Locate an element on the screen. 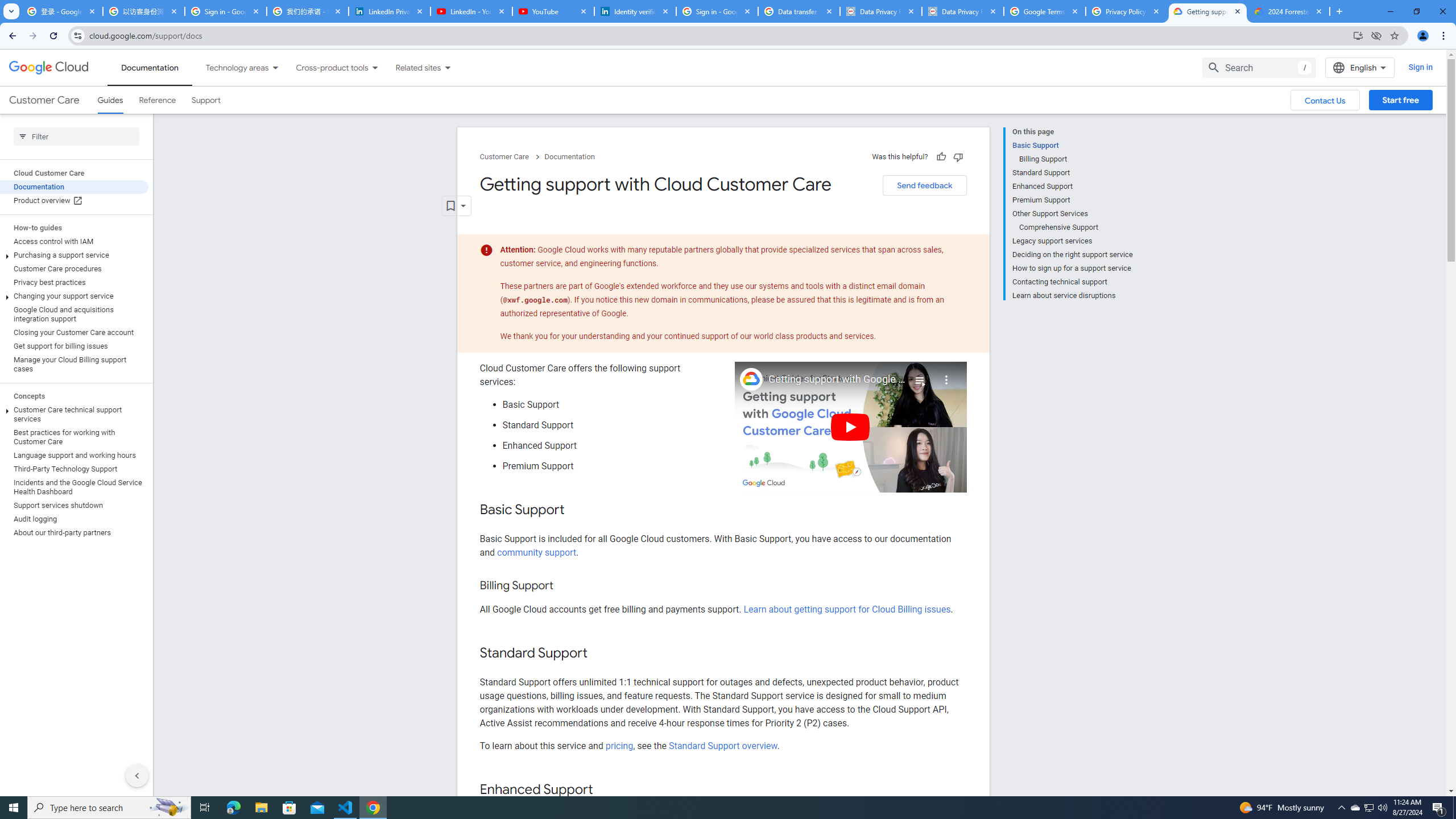  'Hide side navigation' is located at coordinates (136, 775).